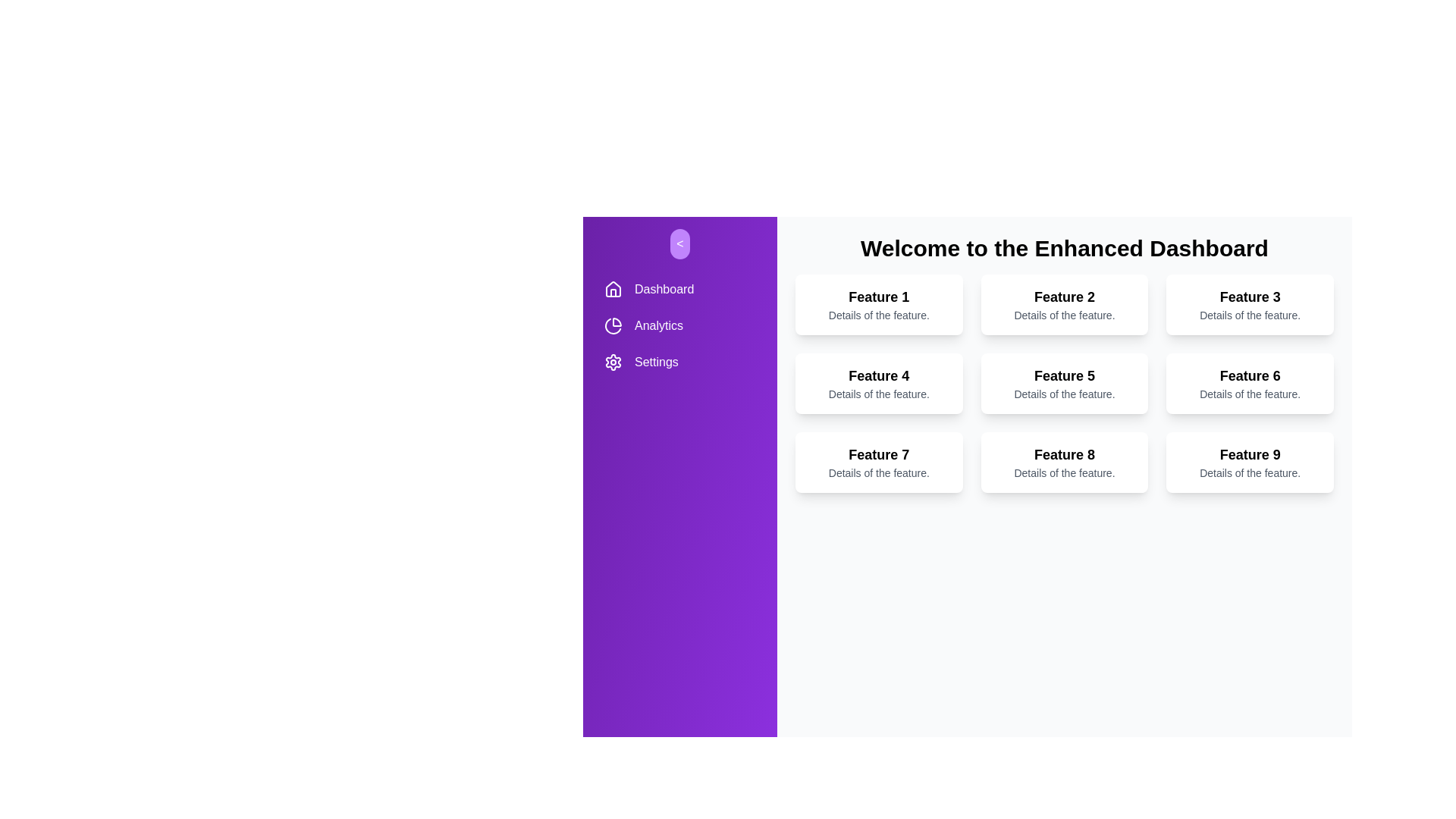  Describe the element at coordinates (679, 243) in the screenshot. I see `toggle button to toggle the drawer open or closed` at that location.